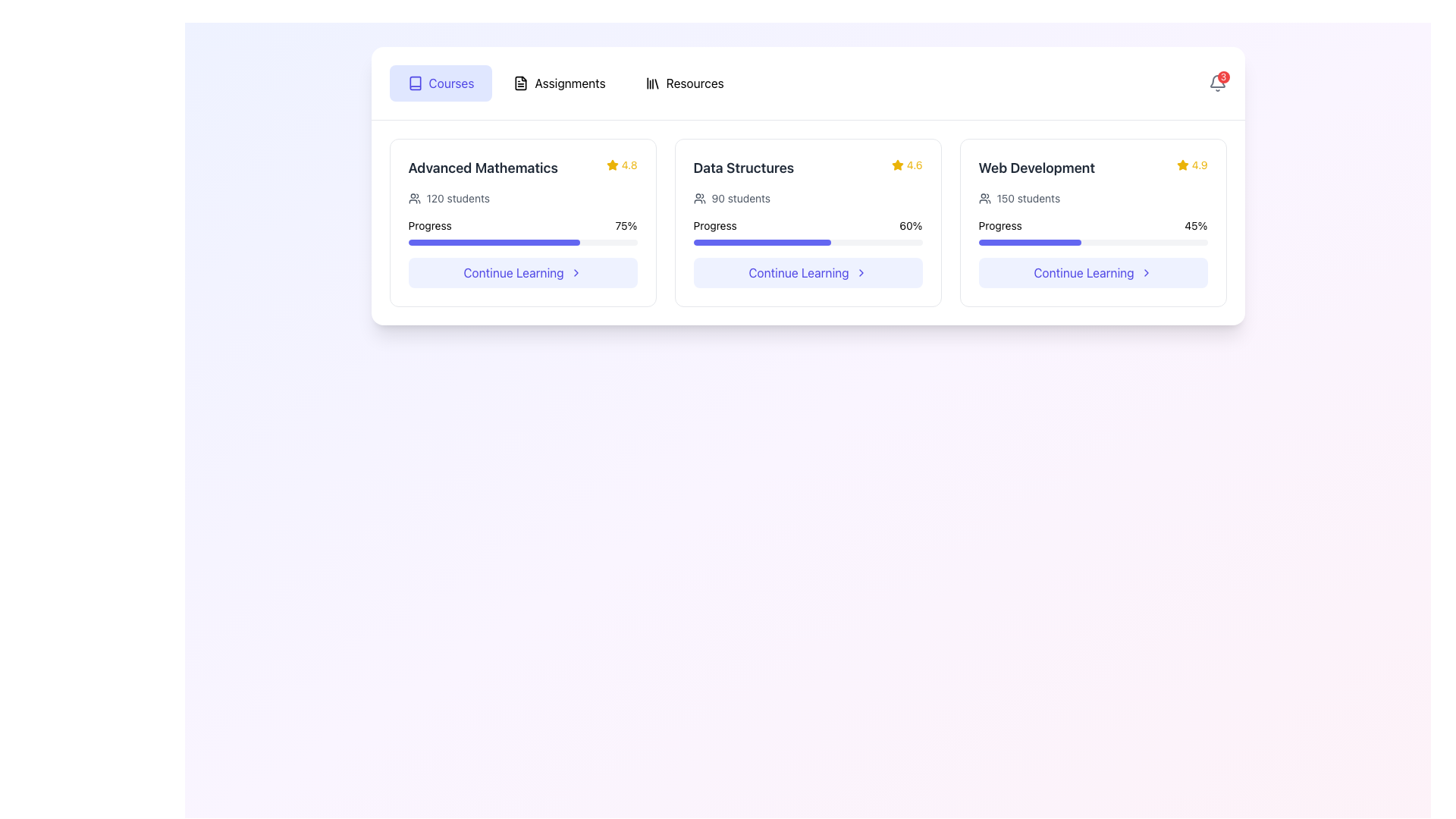 This screenshot has width=1456, height=819. Describe the element at coordinates (494, 242) in the screenshot. I see `the indigo colored progress bar segment representing 75% progress within the progress bar below the 'Advanced Mathematics' card` at that location.